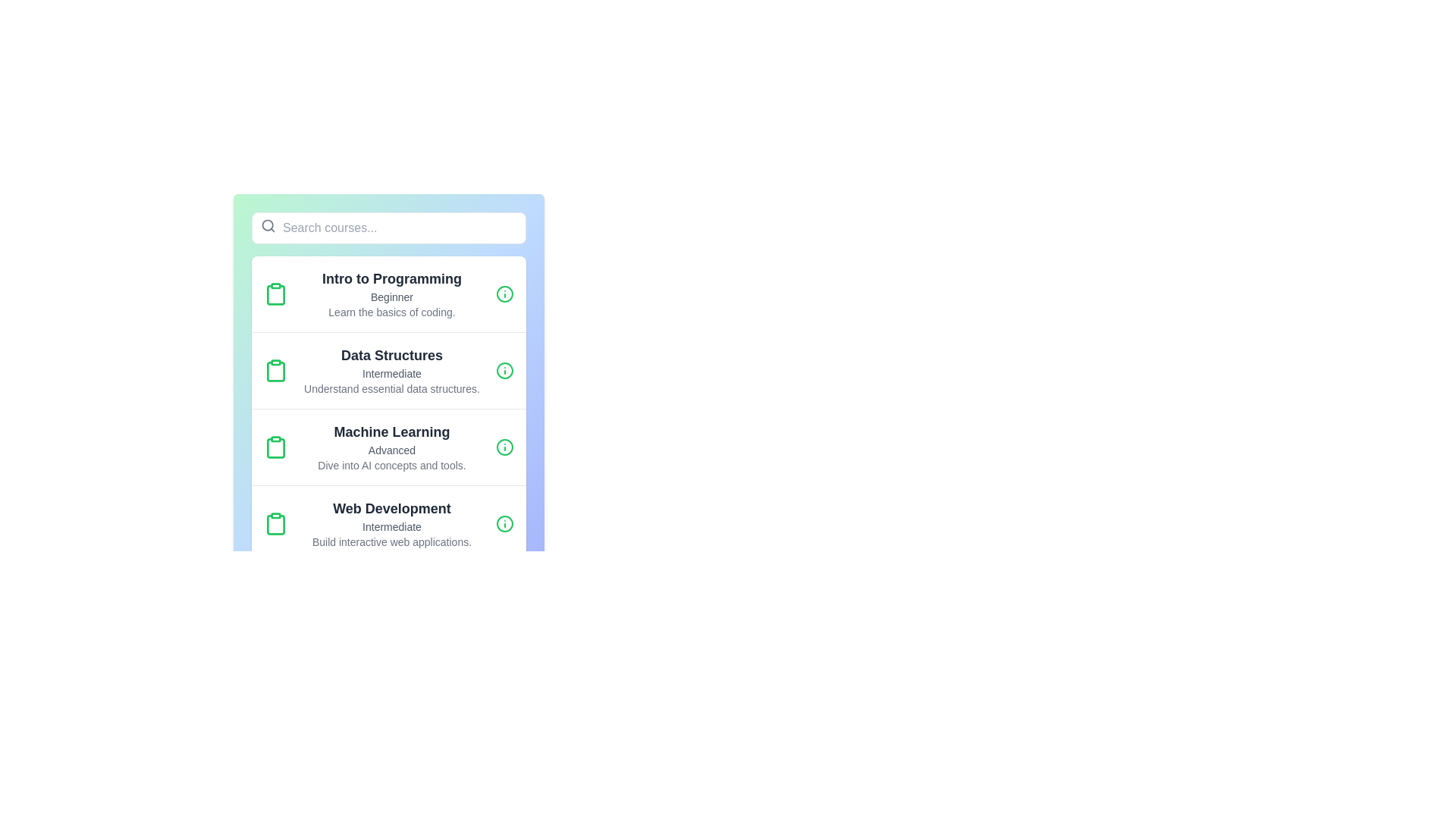 Image resolution: width=1456 pixels, height=819 pixels. What do you see at coordinates (389, 370) in the screenshot?
I see `the interactive course selection item for 'Data Structures', which is the second item in a vertical list of modules` at bounding box center [389, 370].